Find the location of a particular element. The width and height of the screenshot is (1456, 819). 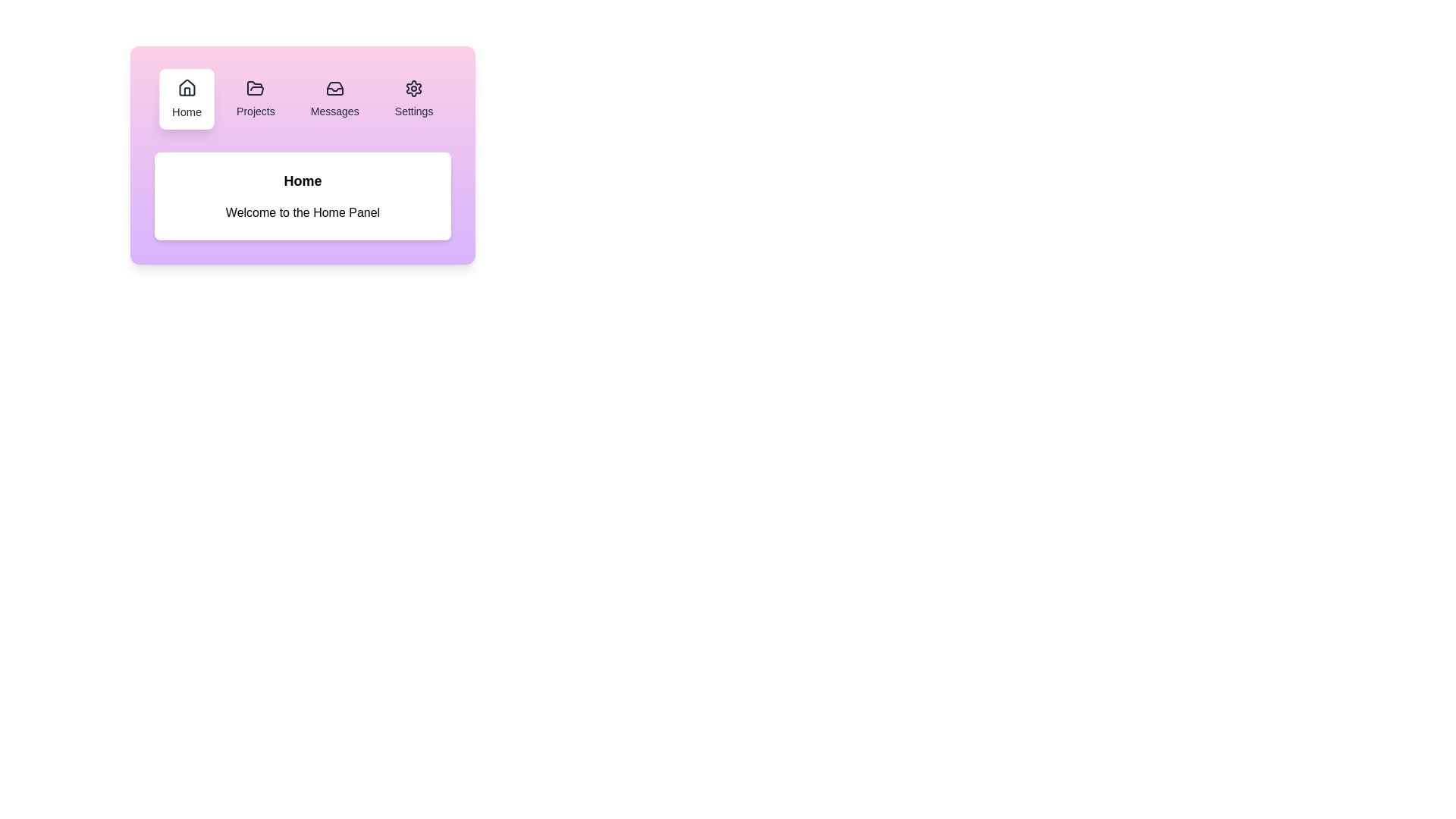

the inbox icon located within the 'Messages' button in the menu bar, positioned just above the text label is located at coordinates (334, 88).